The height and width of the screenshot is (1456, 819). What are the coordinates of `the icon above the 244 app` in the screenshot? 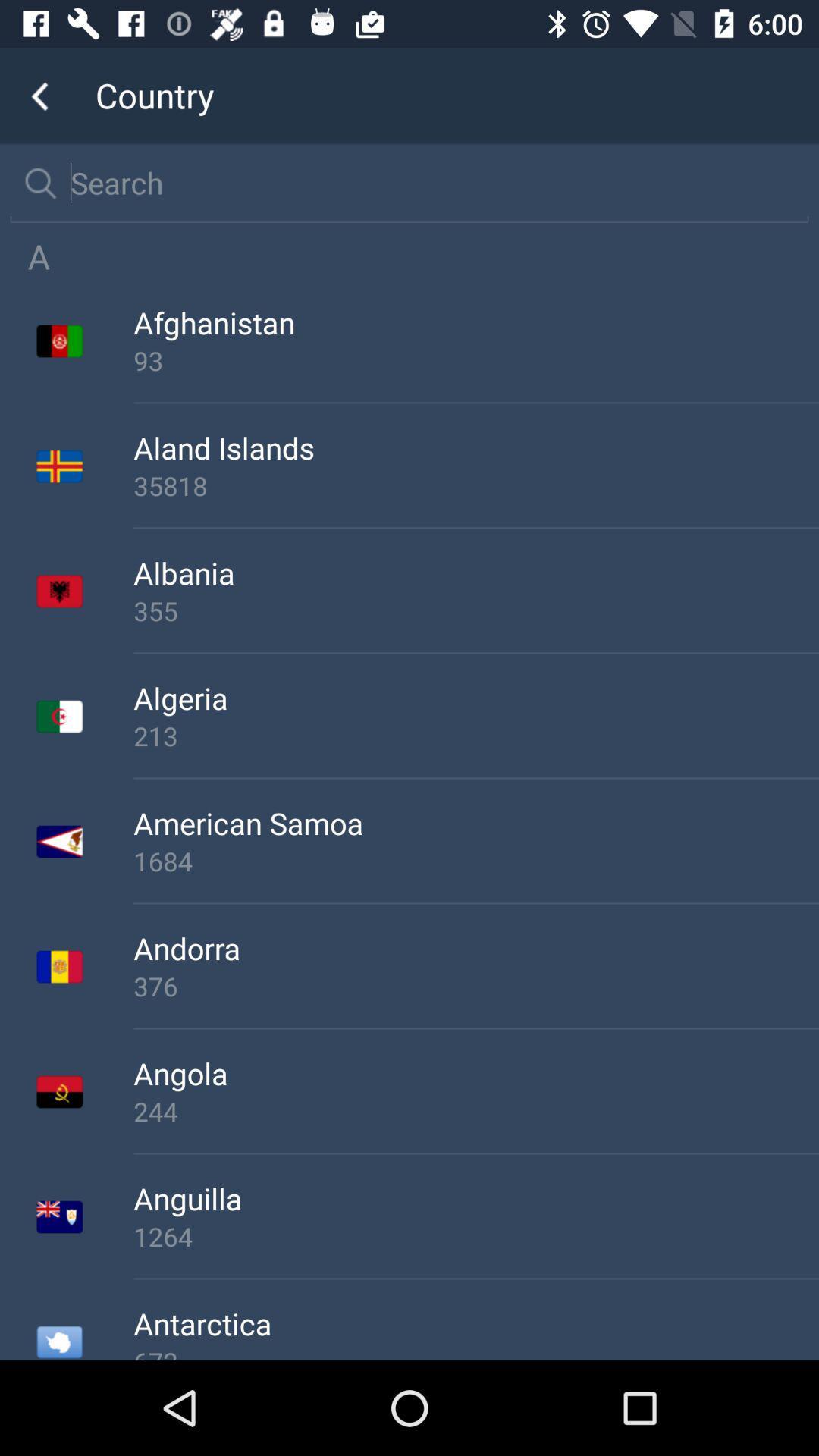 It's located at (475, 1072).